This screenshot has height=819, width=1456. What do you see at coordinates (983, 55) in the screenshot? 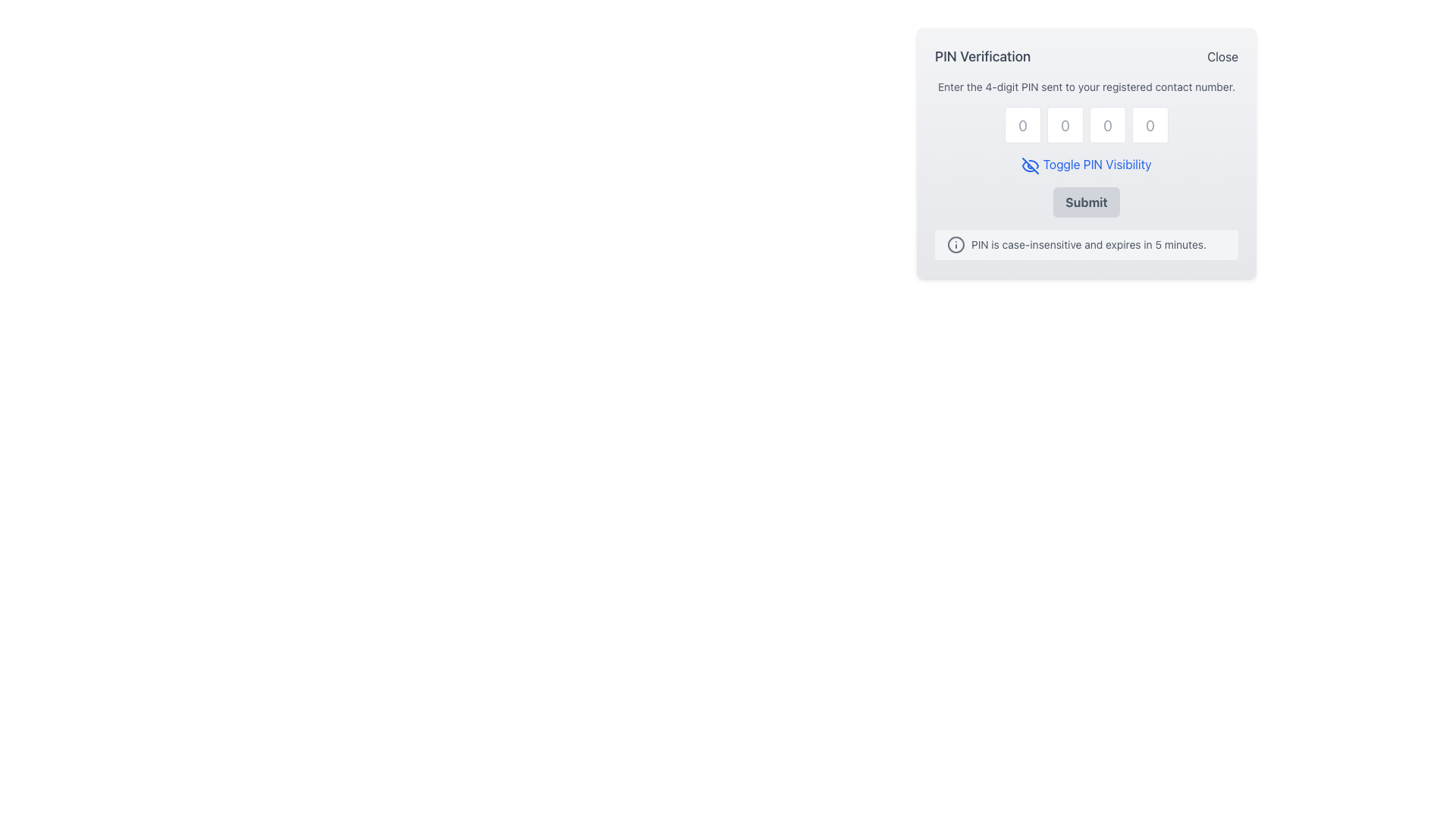
I see `text from the Text Label that indicates the interface is for verifying a PIN, located at the top-left corner of the modal-like box` at bounding box center [983, 55].